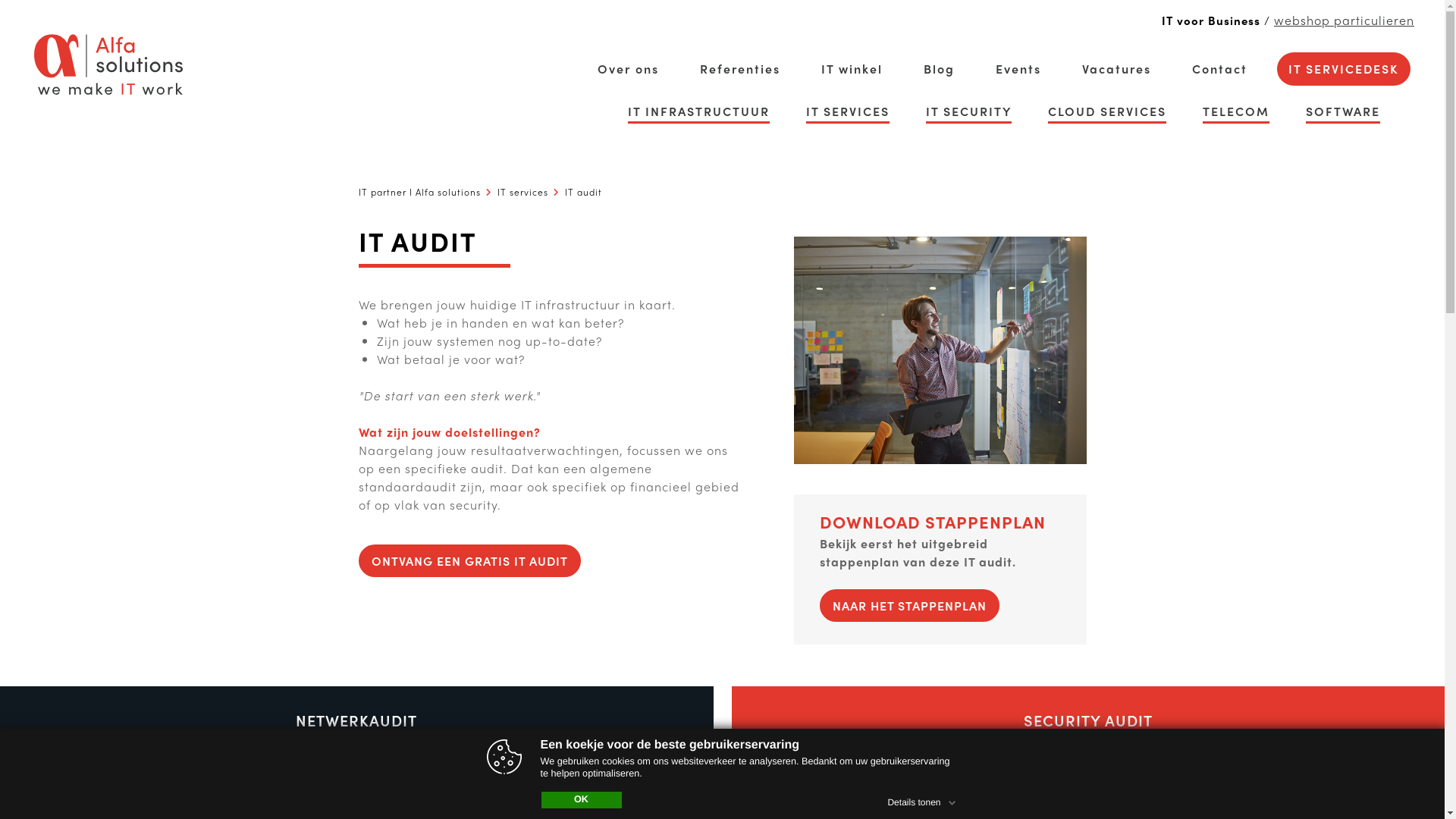 This screenshot has width=1456, height=819. What do you see at coordinates (996, 69) in the screenshot?
I see `'Events'` at bounding box center [996, 69].